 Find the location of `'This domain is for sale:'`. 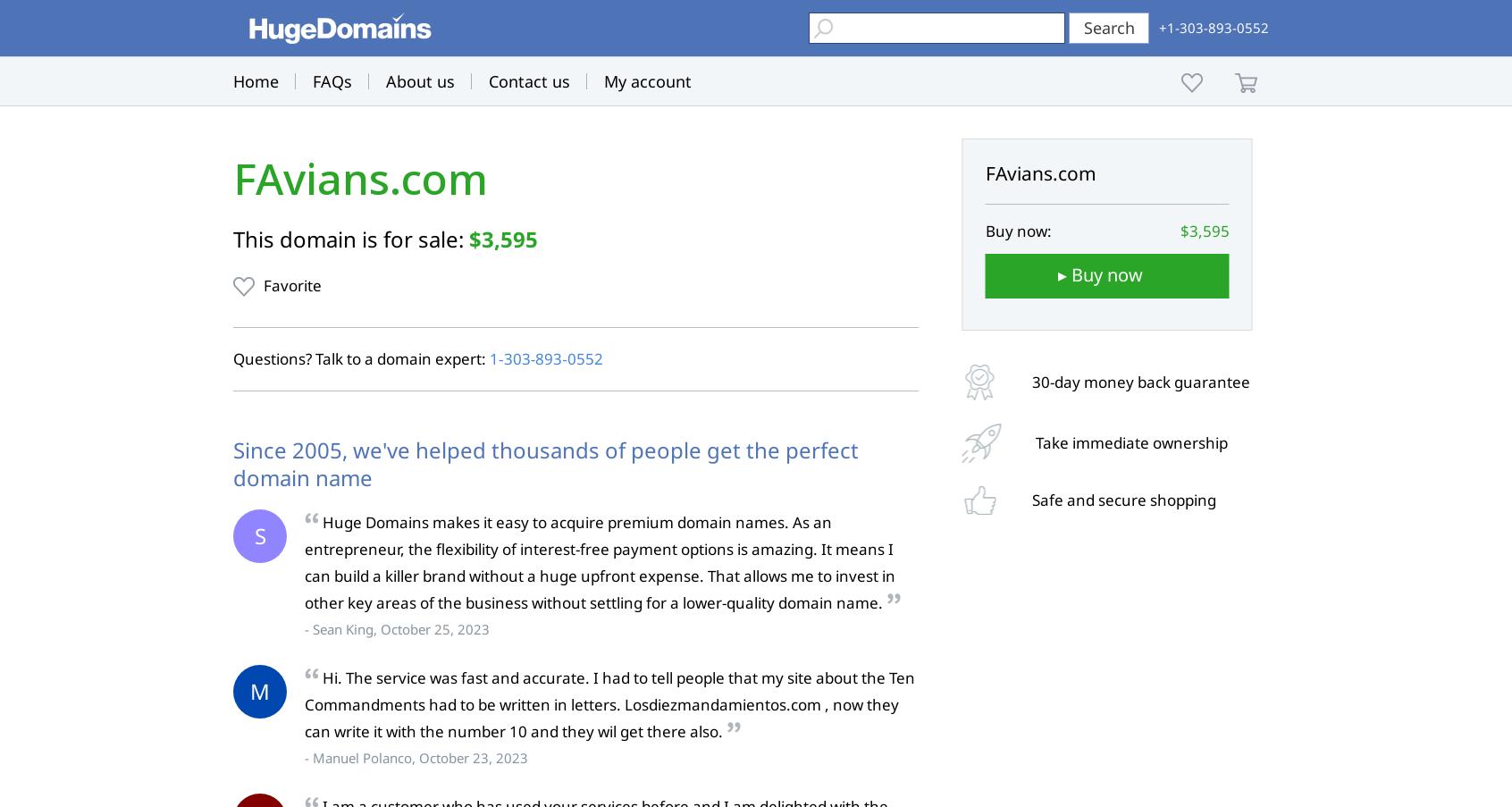

'This domain is for sale:' is located at coordinates (351, 238).